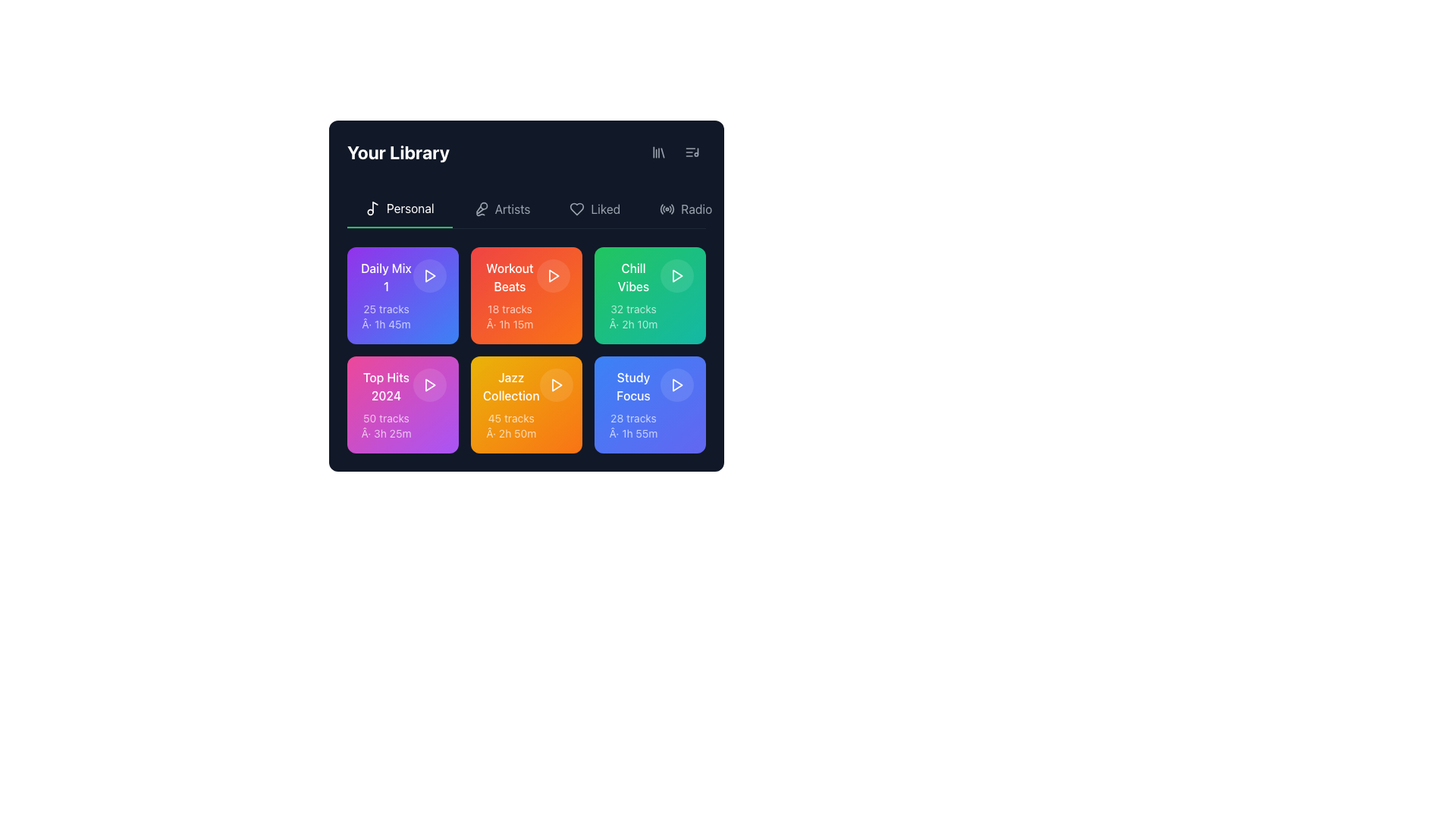  I want to click on the play button located in the top-right corner of the 'Chill Vibes' card, so click(676, 275).